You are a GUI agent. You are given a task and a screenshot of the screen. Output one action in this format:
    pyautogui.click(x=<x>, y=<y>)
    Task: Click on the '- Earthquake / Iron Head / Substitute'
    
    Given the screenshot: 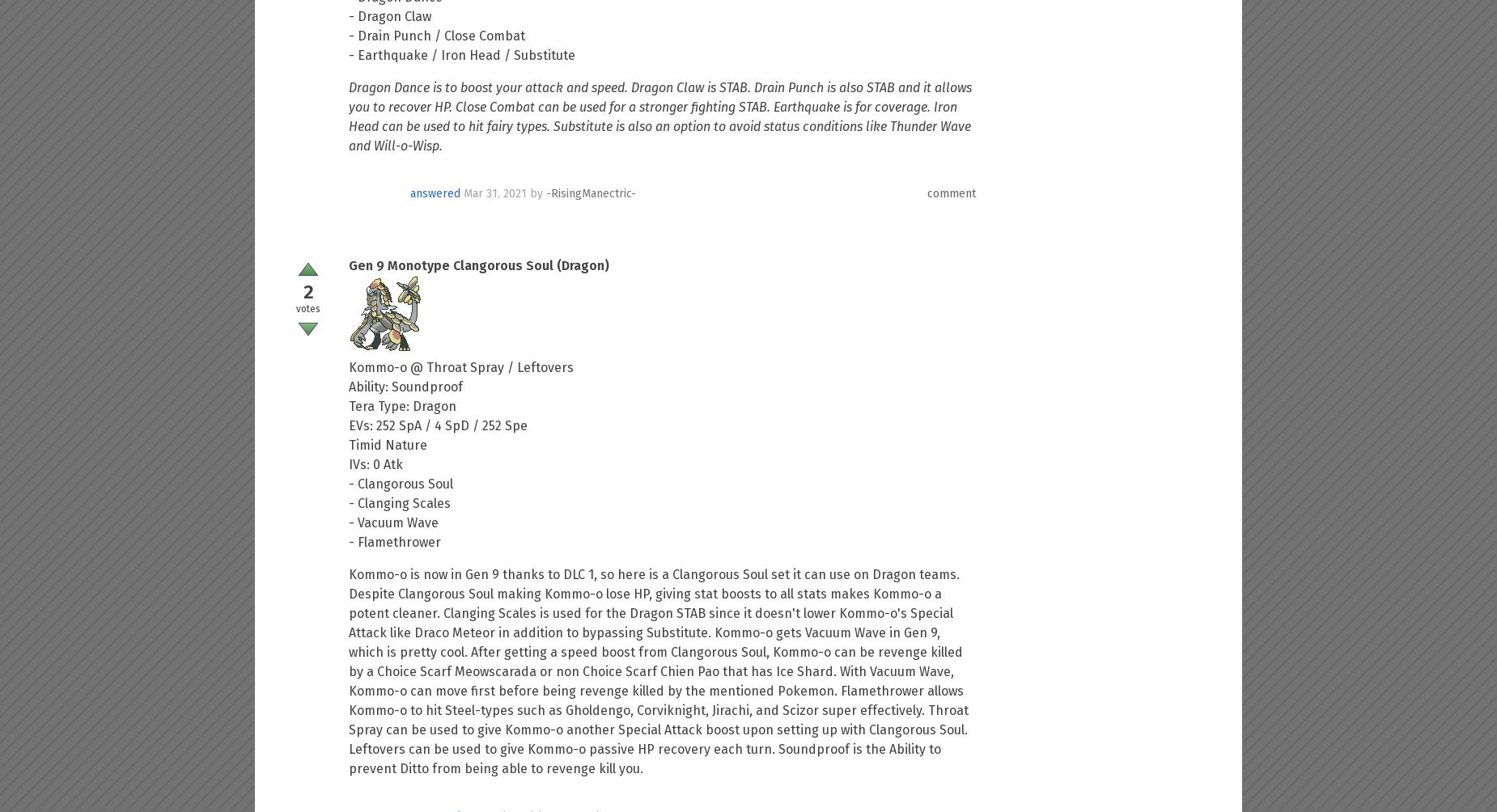 What is the action you would take?
    pyautogui.click(x=461, y=55)
    